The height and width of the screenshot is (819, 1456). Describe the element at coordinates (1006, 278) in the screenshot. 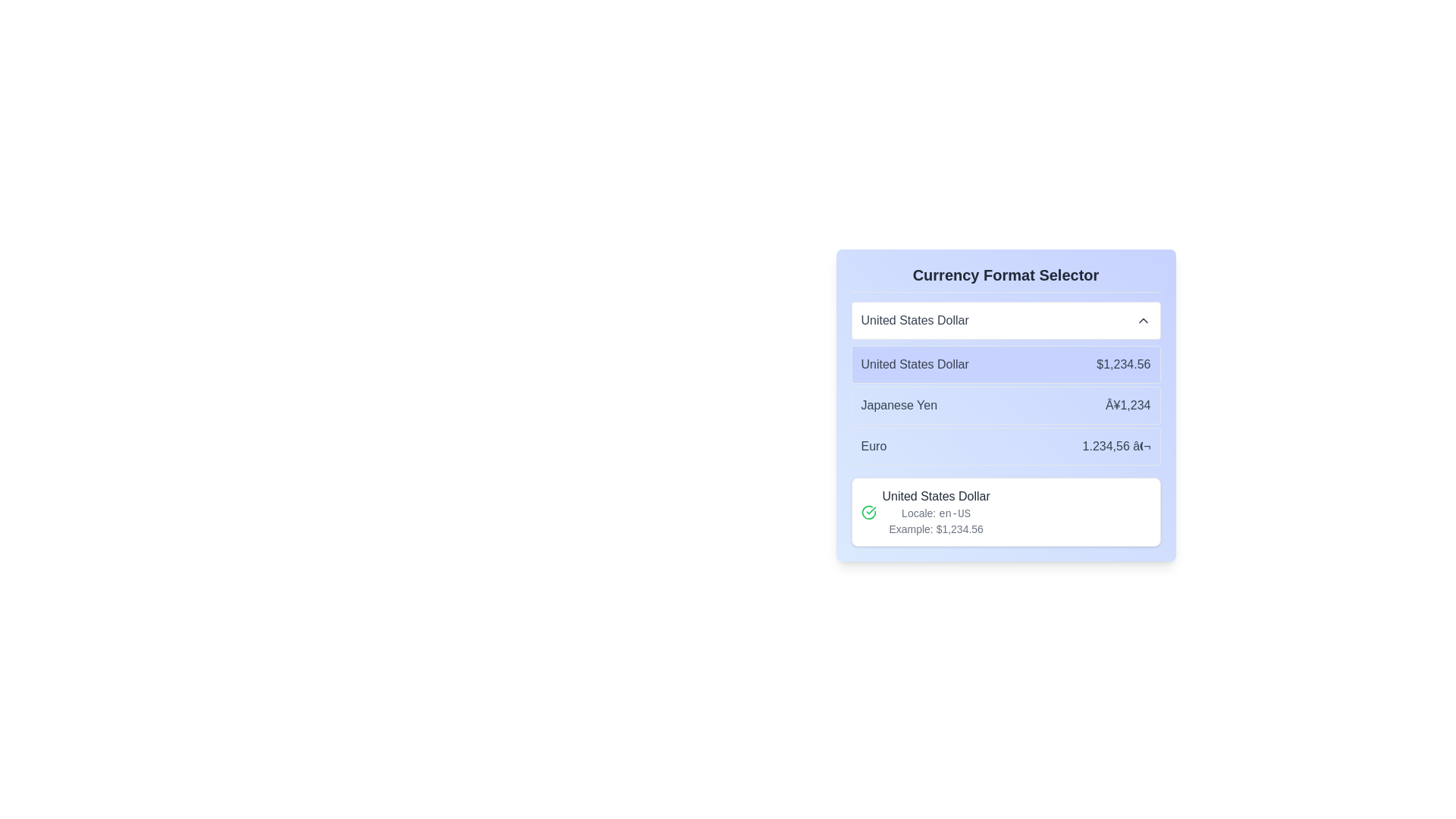

I see `the 'Currency Format Selector' text label, which is a bold, dark gray header indicating important selections for currency formats` at that location.